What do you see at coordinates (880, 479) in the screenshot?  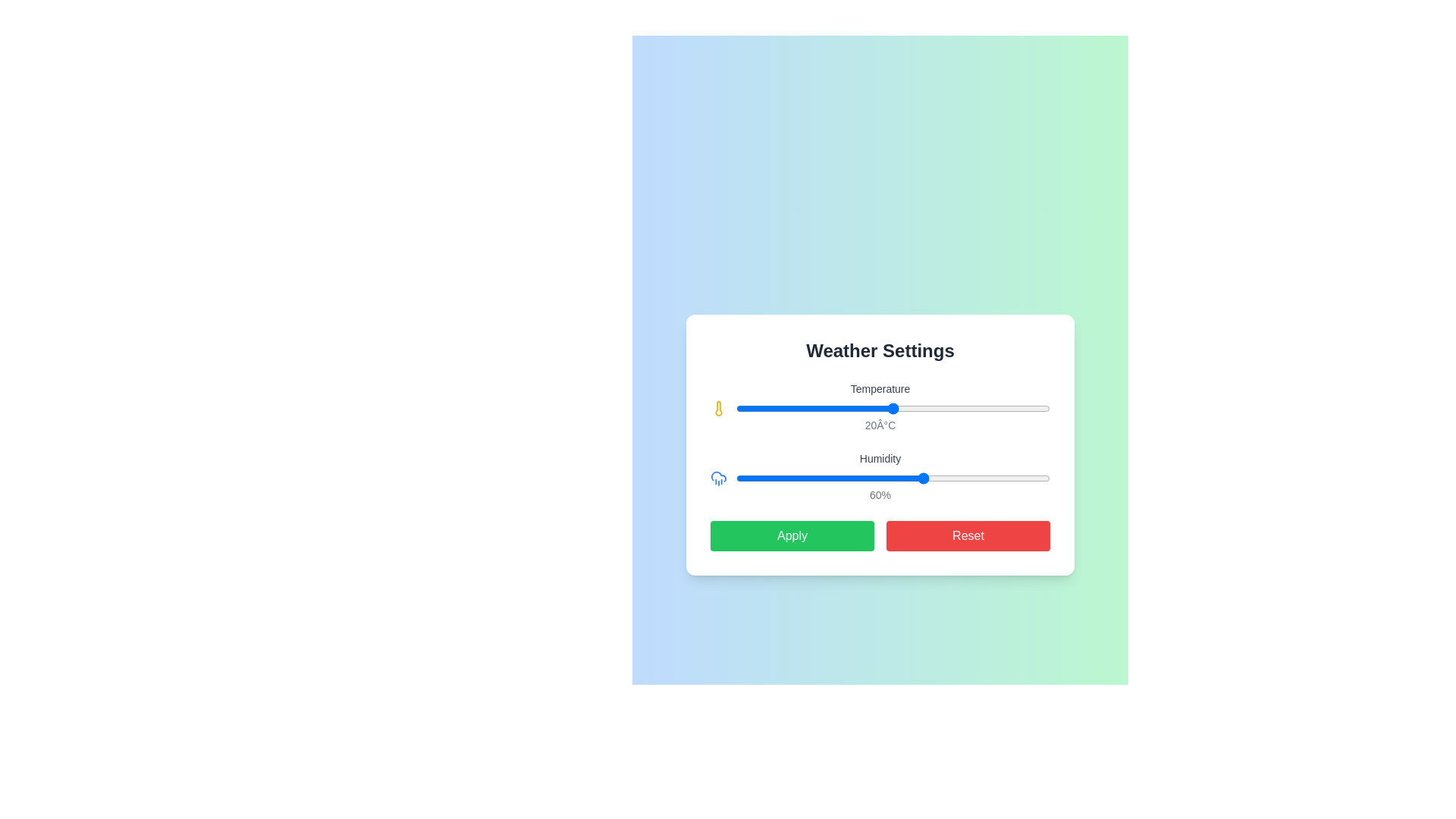 I see `the humidity adjustment slider located below the 'Humidity' label and above the '60%' text for keyboard interaction` at bounding box center [880, 479].